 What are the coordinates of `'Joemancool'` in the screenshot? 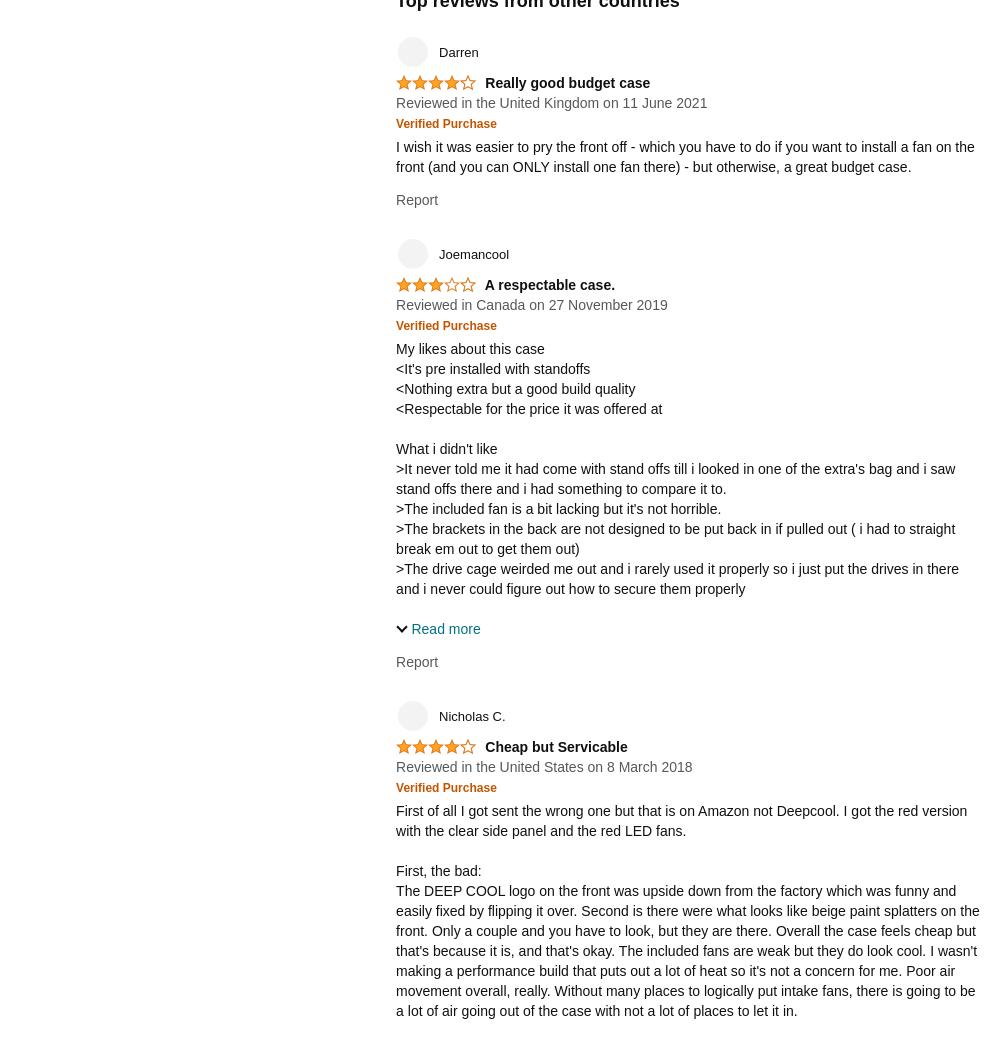 It's located at (473, 253).